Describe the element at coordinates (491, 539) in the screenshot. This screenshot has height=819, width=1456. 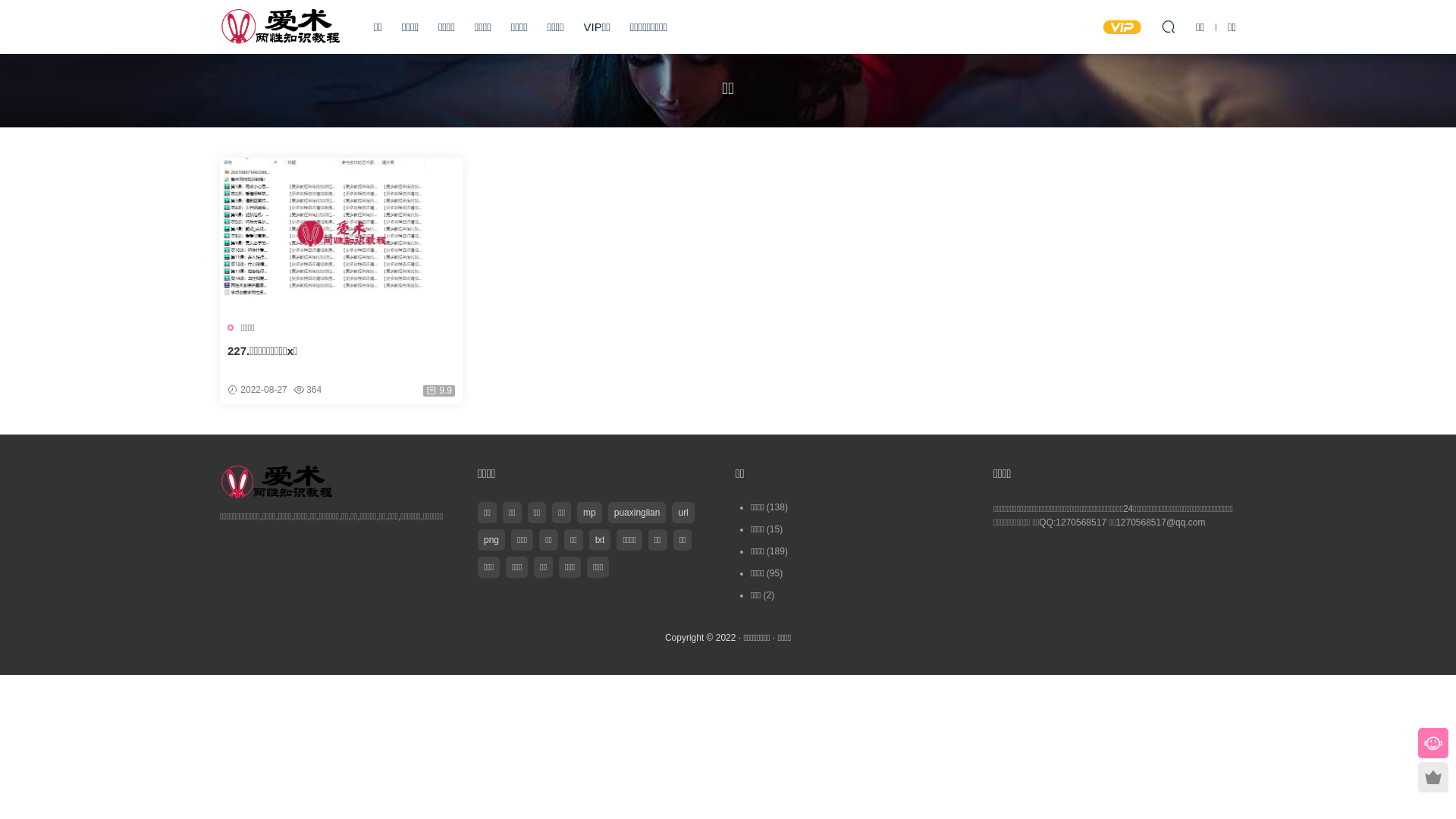
I see `'png'` at that location.